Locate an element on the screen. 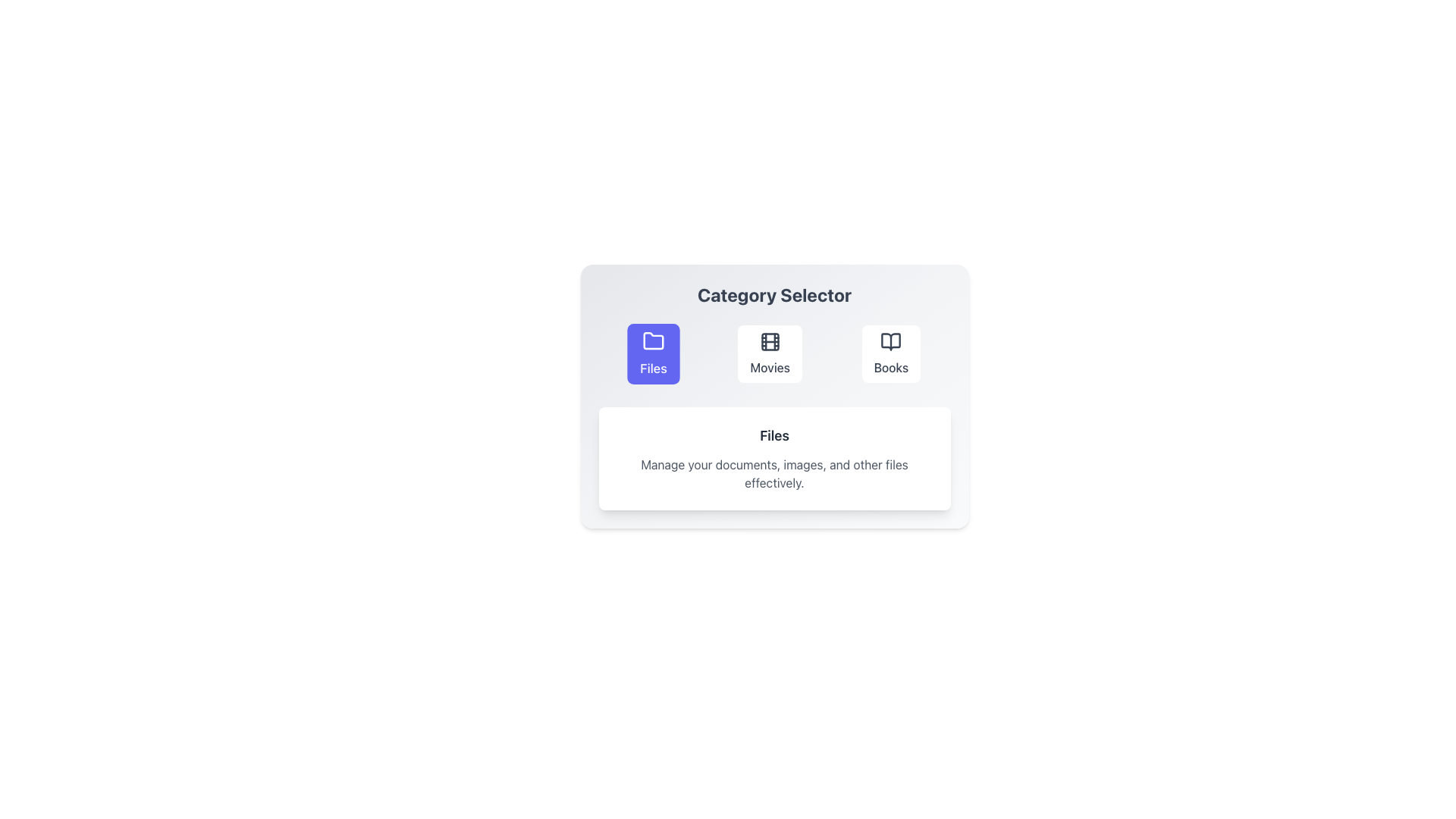  the 'Movies' button, which features a movie reel graphic and the label 'Movies' below it is located at coordinates (770, 353).